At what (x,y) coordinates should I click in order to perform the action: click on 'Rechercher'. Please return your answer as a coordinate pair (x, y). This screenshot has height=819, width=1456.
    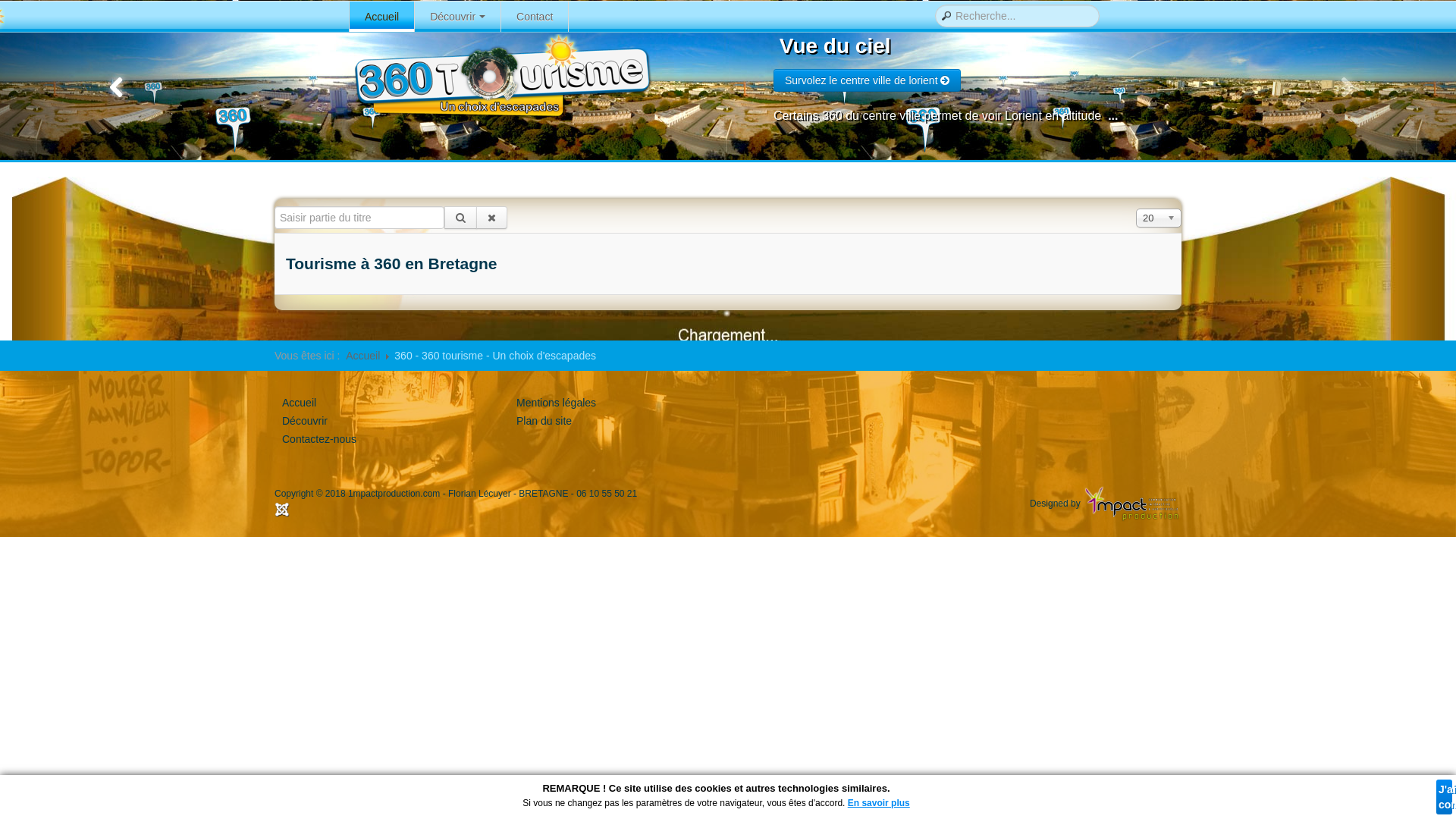
    Looking at the image, I should click on (460, 217).